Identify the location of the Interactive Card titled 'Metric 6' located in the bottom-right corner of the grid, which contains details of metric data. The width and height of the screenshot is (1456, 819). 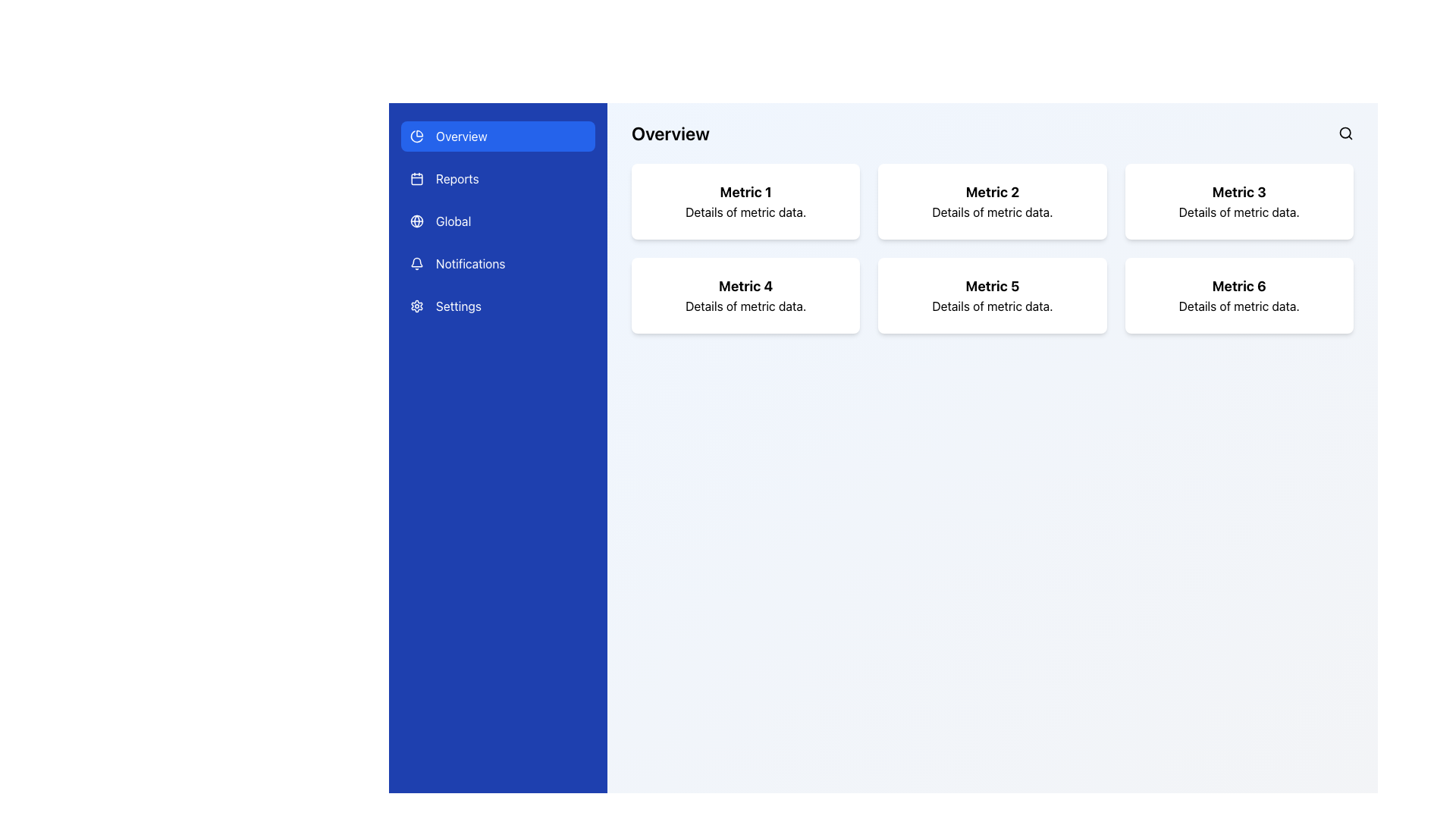
(1238, 295).